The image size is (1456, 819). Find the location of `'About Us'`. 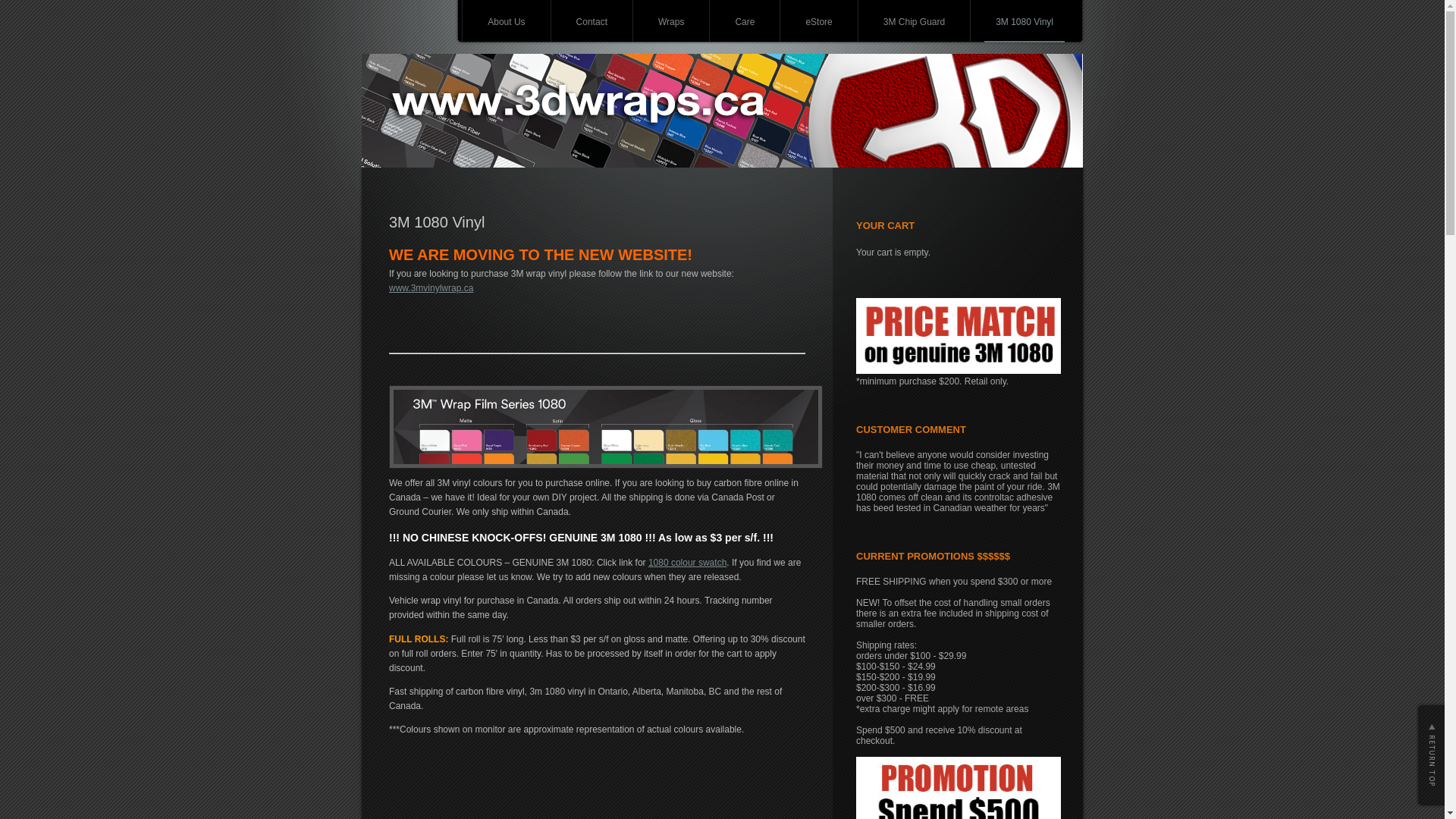

'About Us' is located at coordinates (475, 22).